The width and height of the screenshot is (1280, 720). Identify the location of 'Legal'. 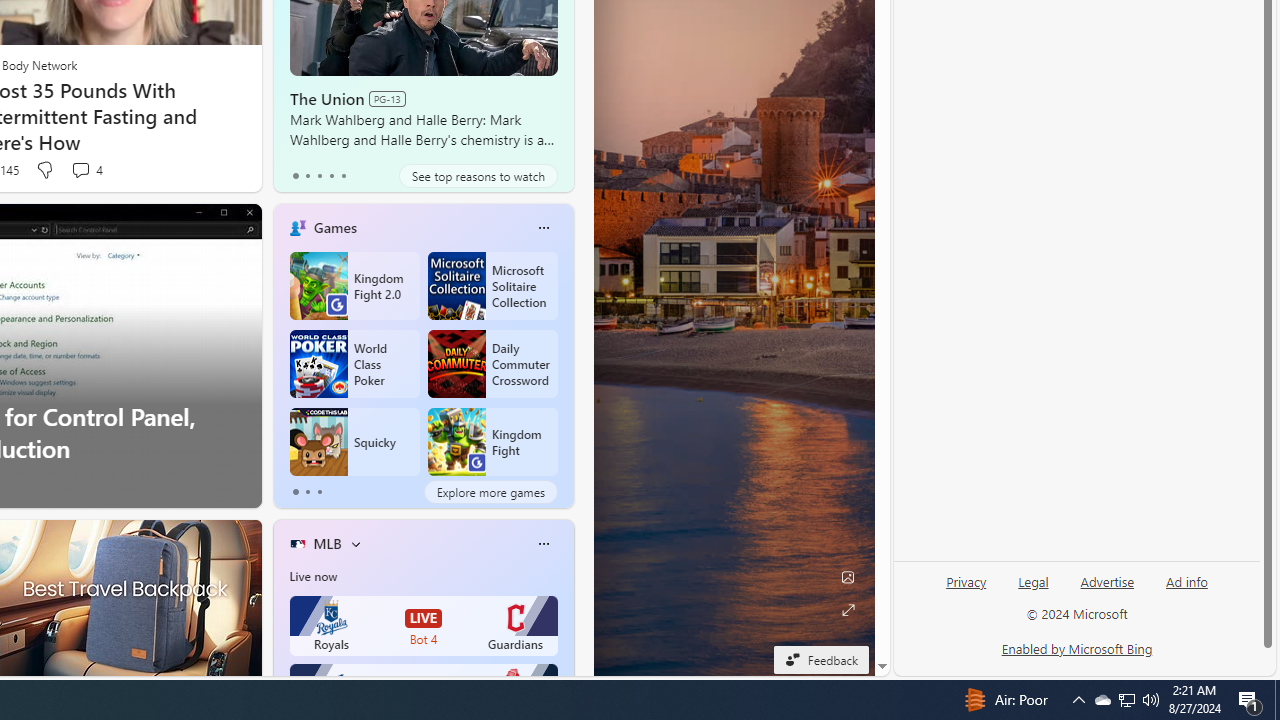
(1033, 582).